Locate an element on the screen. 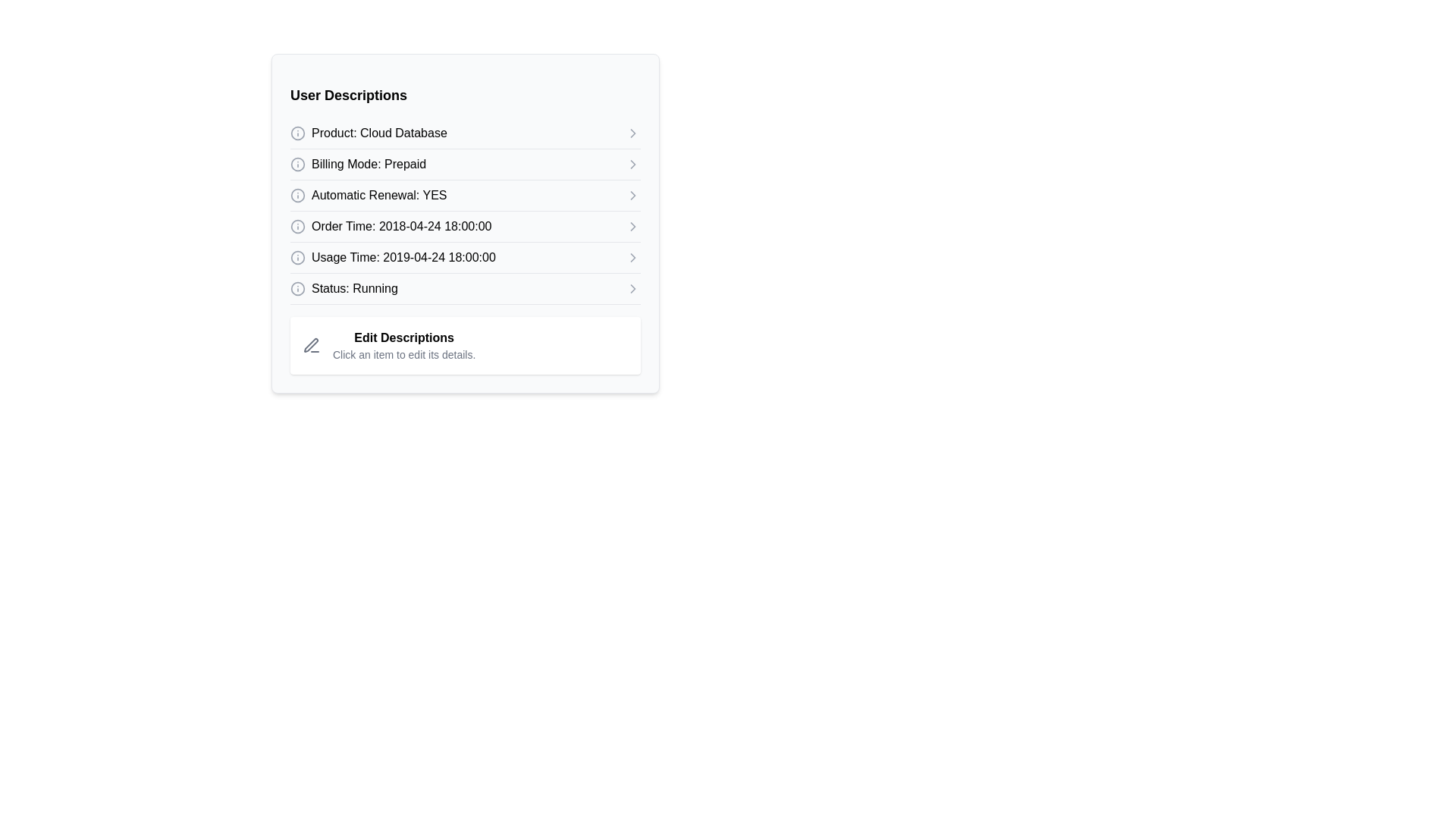 The height and width of the screenshot is (819, 1456). the small grayish arrow icon located at the center of the rightward-pointing chevron group beside the 'Automatic Renewal: YES' text is located at coordinates (633, 195).